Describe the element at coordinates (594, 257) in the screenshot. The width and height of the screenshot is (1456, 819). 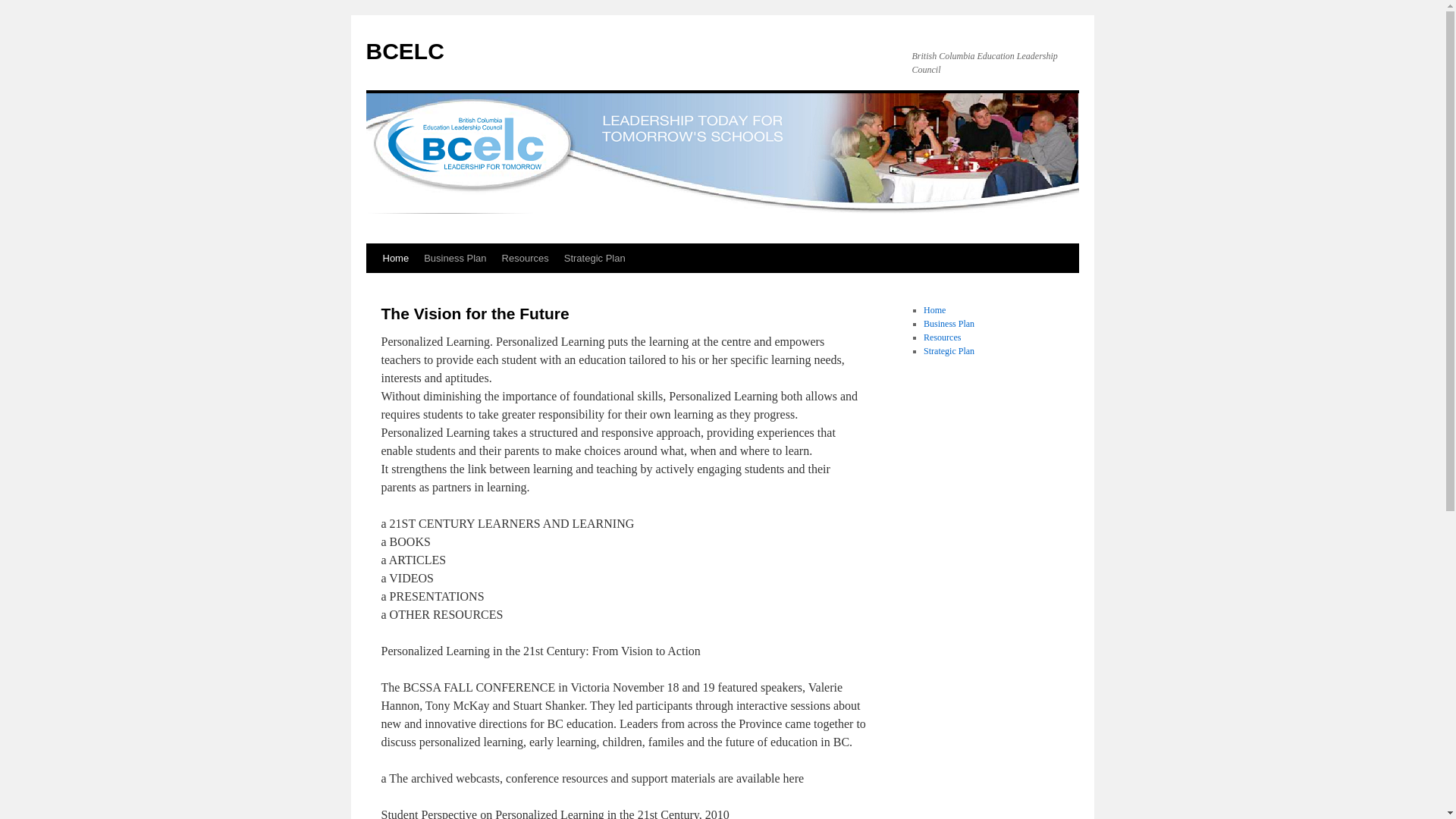
I see `'Strategic Plan'` at that location.